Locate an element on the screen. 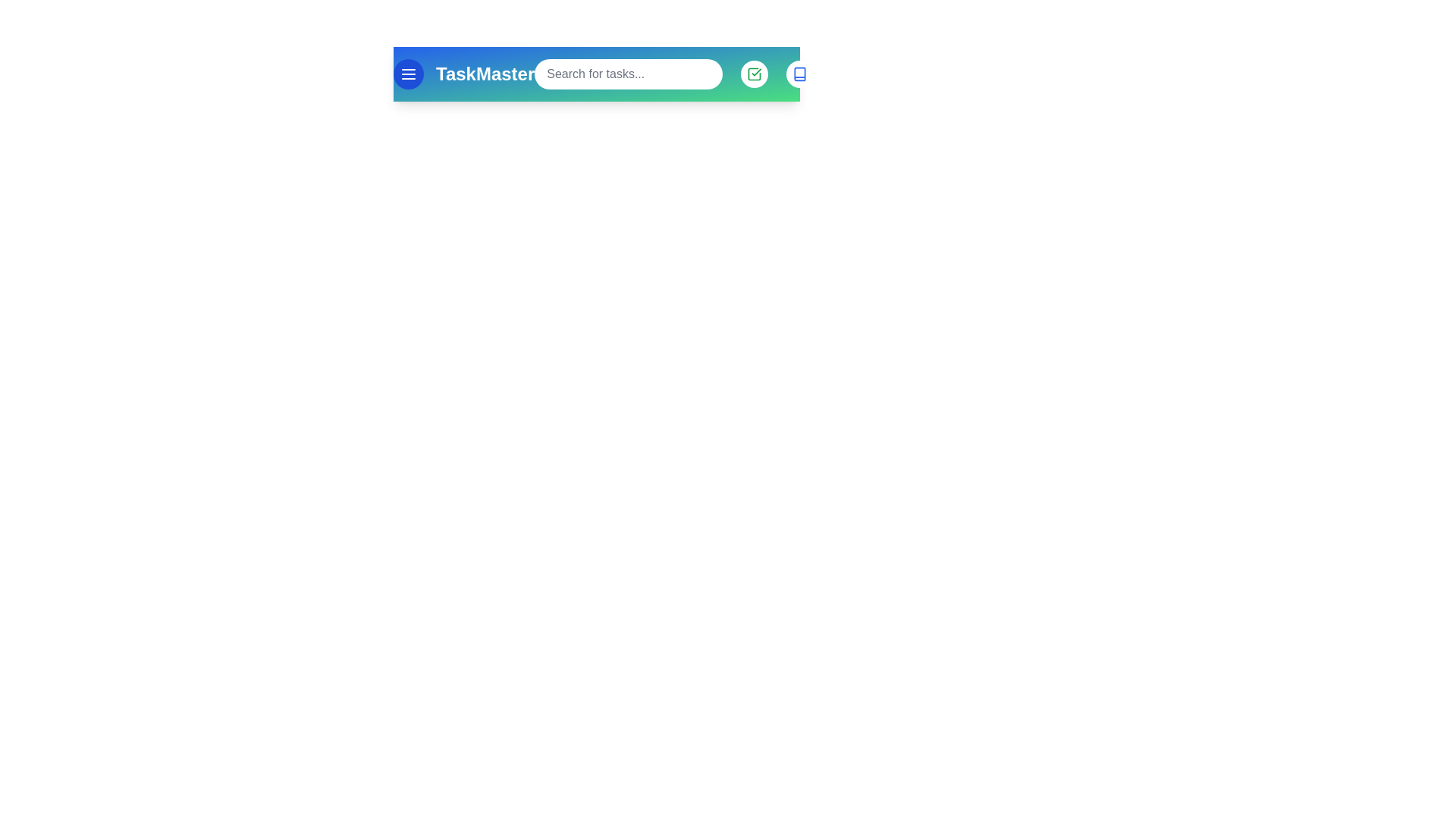  the search text field and enter the desired text to search for tasks is located at coordinates (629, 74).